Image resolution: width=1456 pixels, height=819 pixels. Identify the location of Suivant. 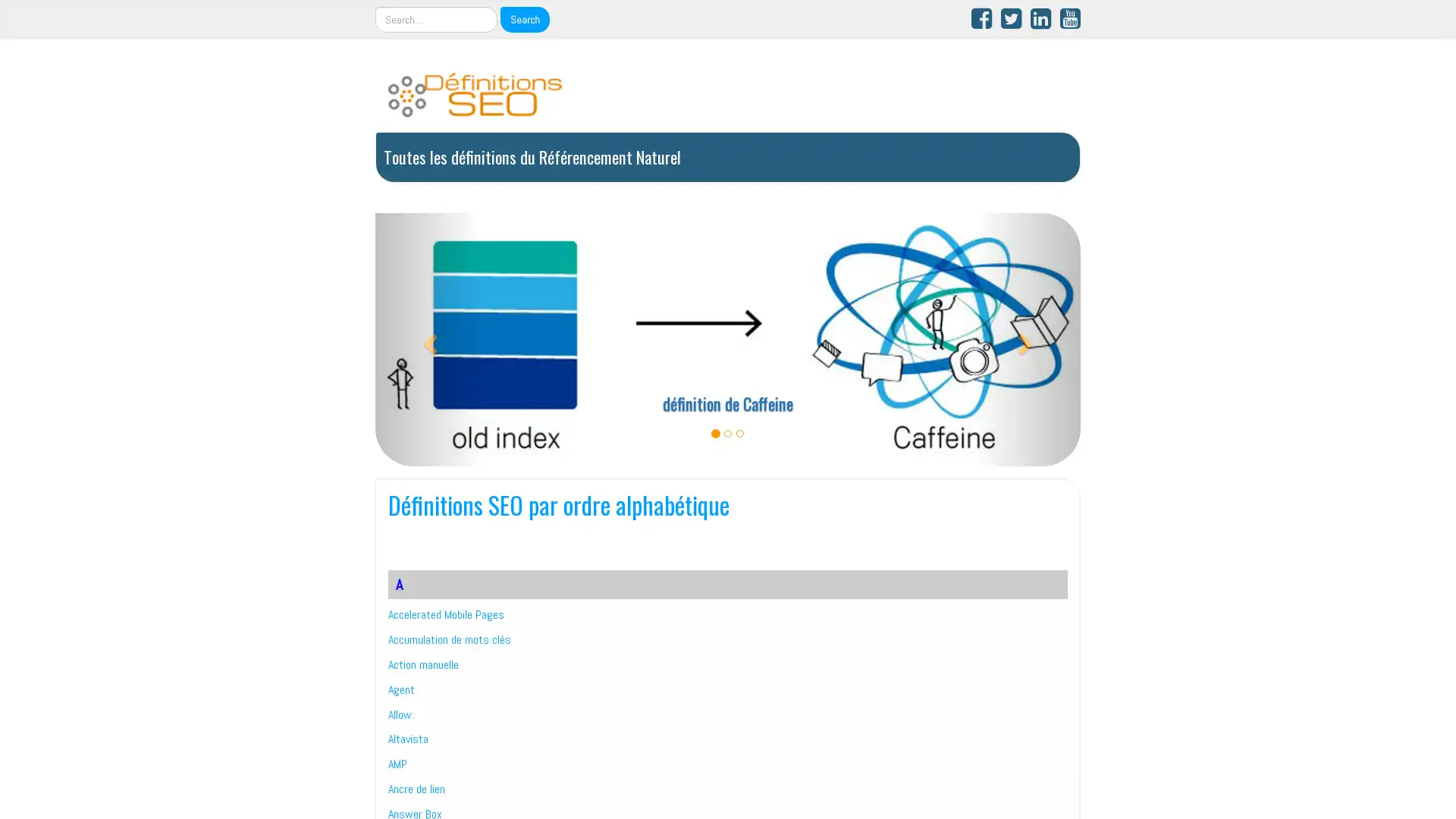
(1027, 338).